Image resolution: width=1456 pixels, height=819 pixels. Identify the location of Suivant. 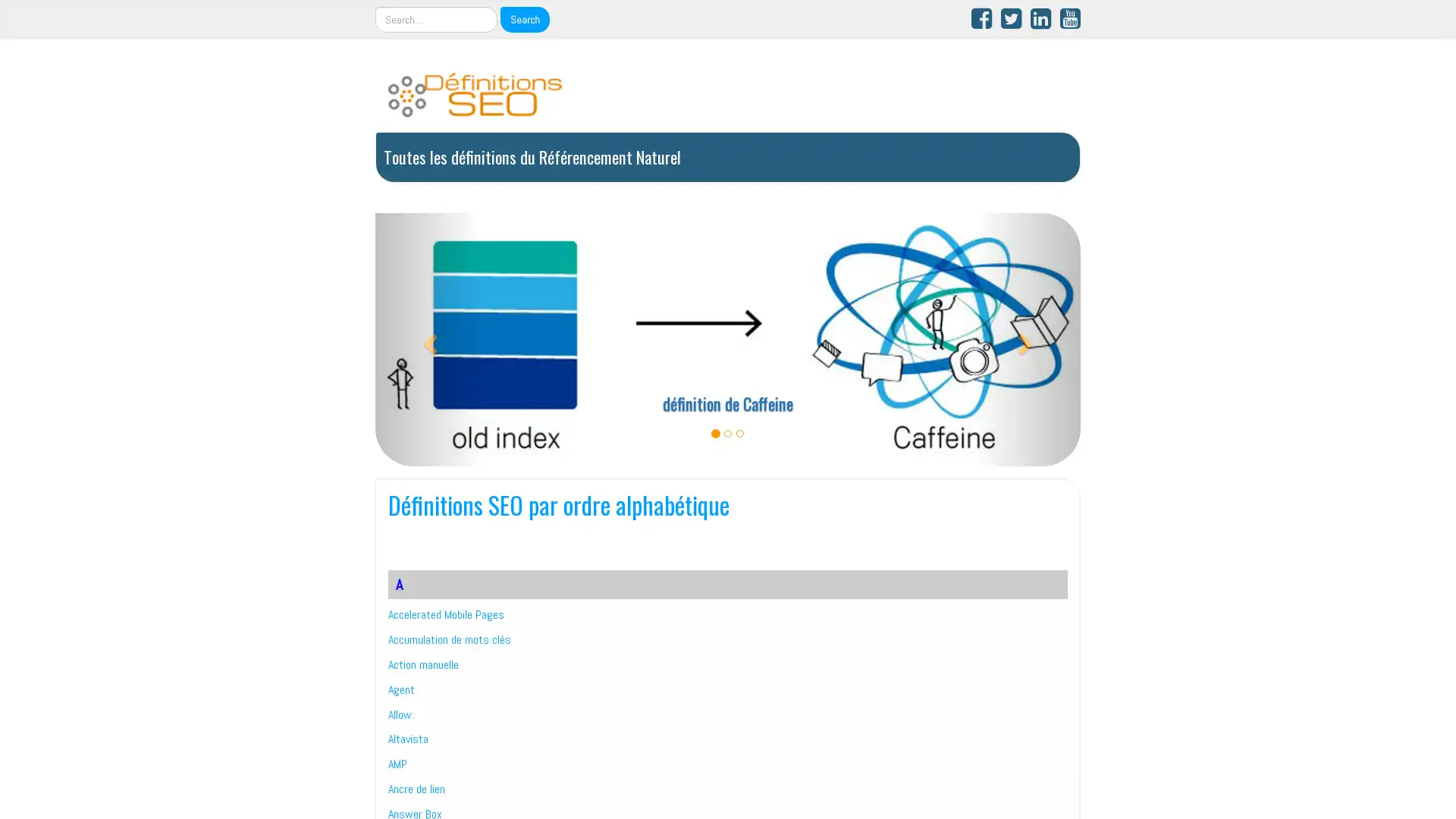
(1027, 338).